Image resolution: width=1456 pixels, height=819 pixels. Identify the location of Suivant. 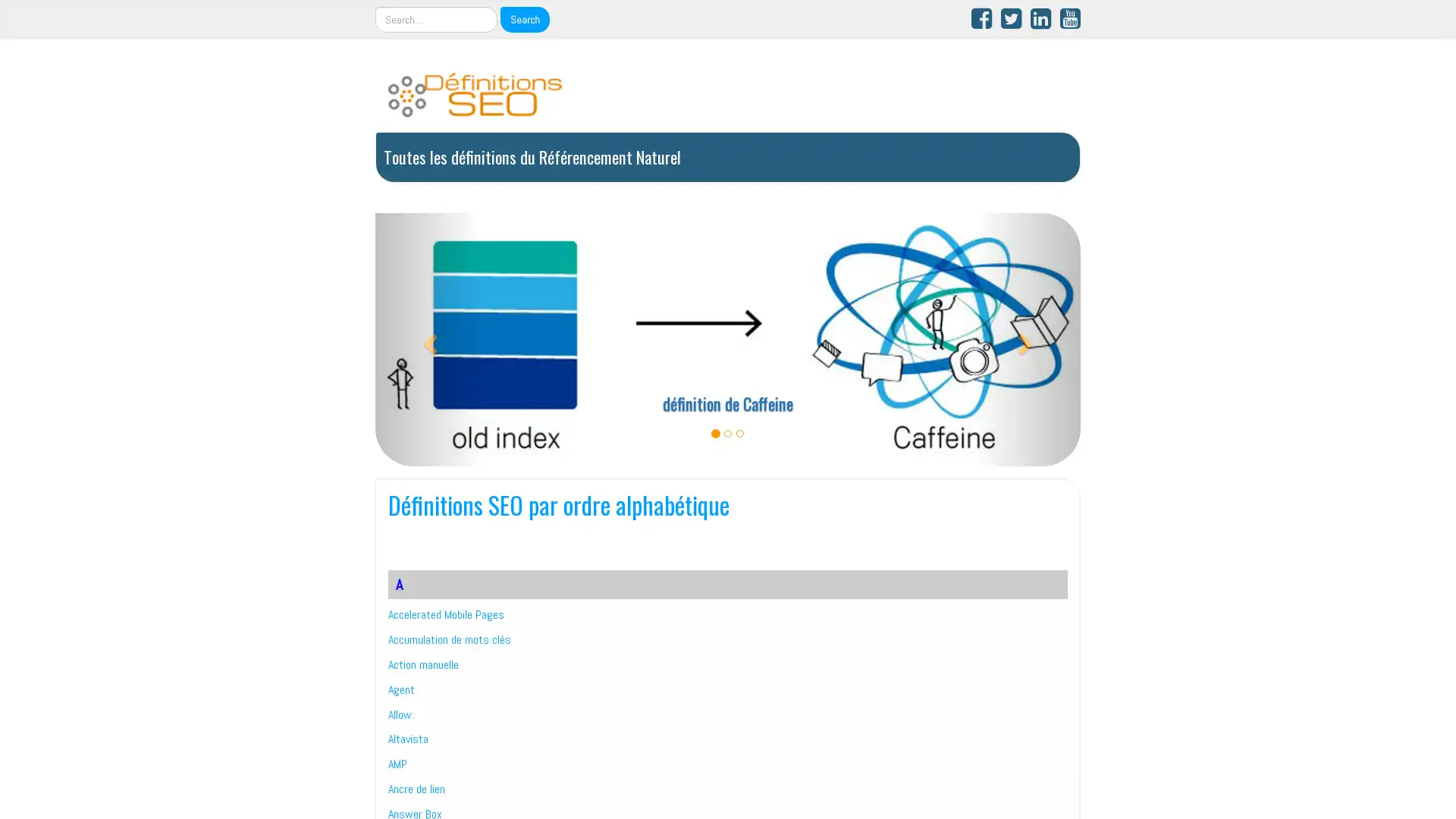
(1027, 338).